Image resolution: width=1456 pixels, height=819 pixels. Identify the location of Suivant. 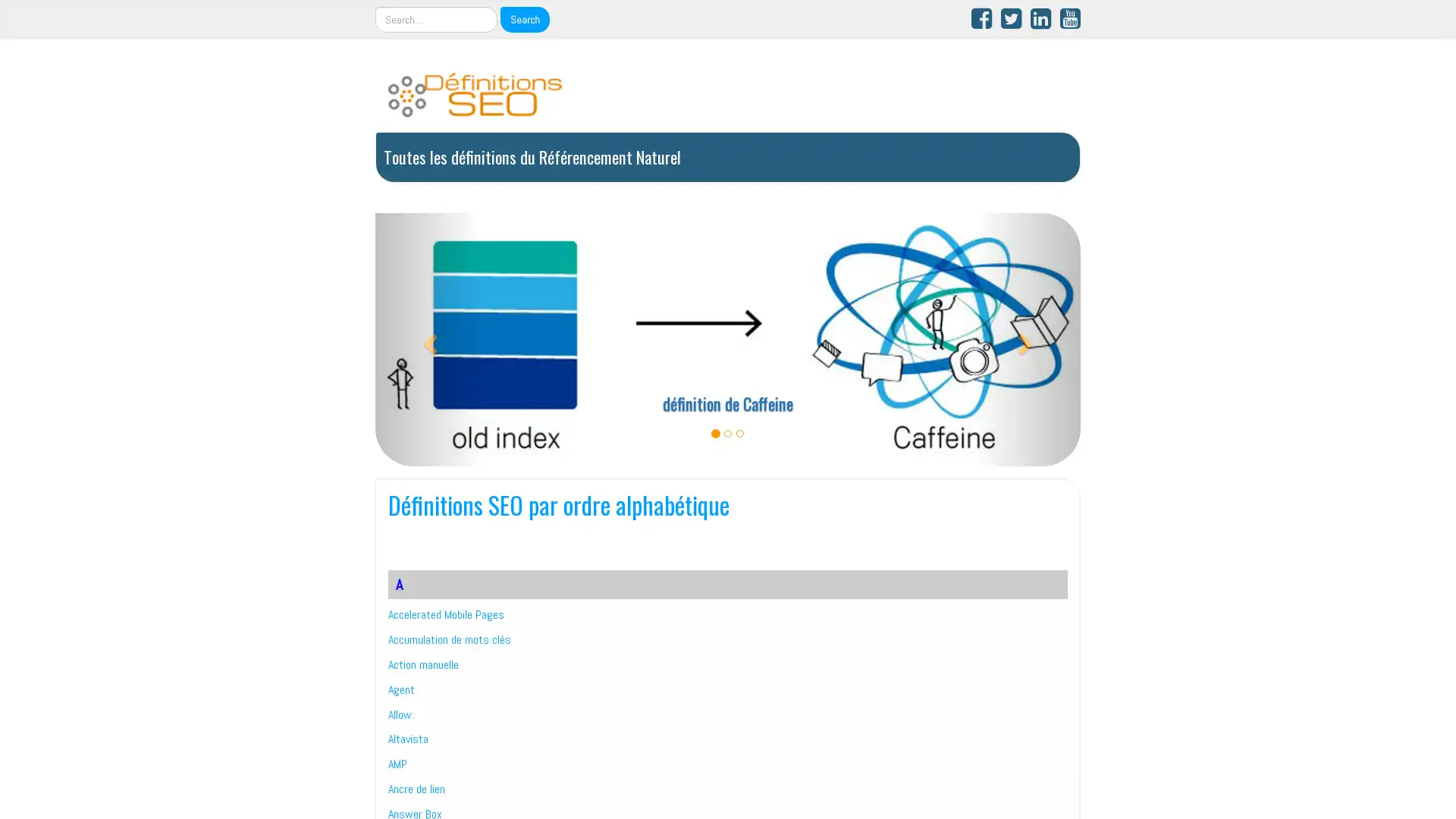
(1027, 338).